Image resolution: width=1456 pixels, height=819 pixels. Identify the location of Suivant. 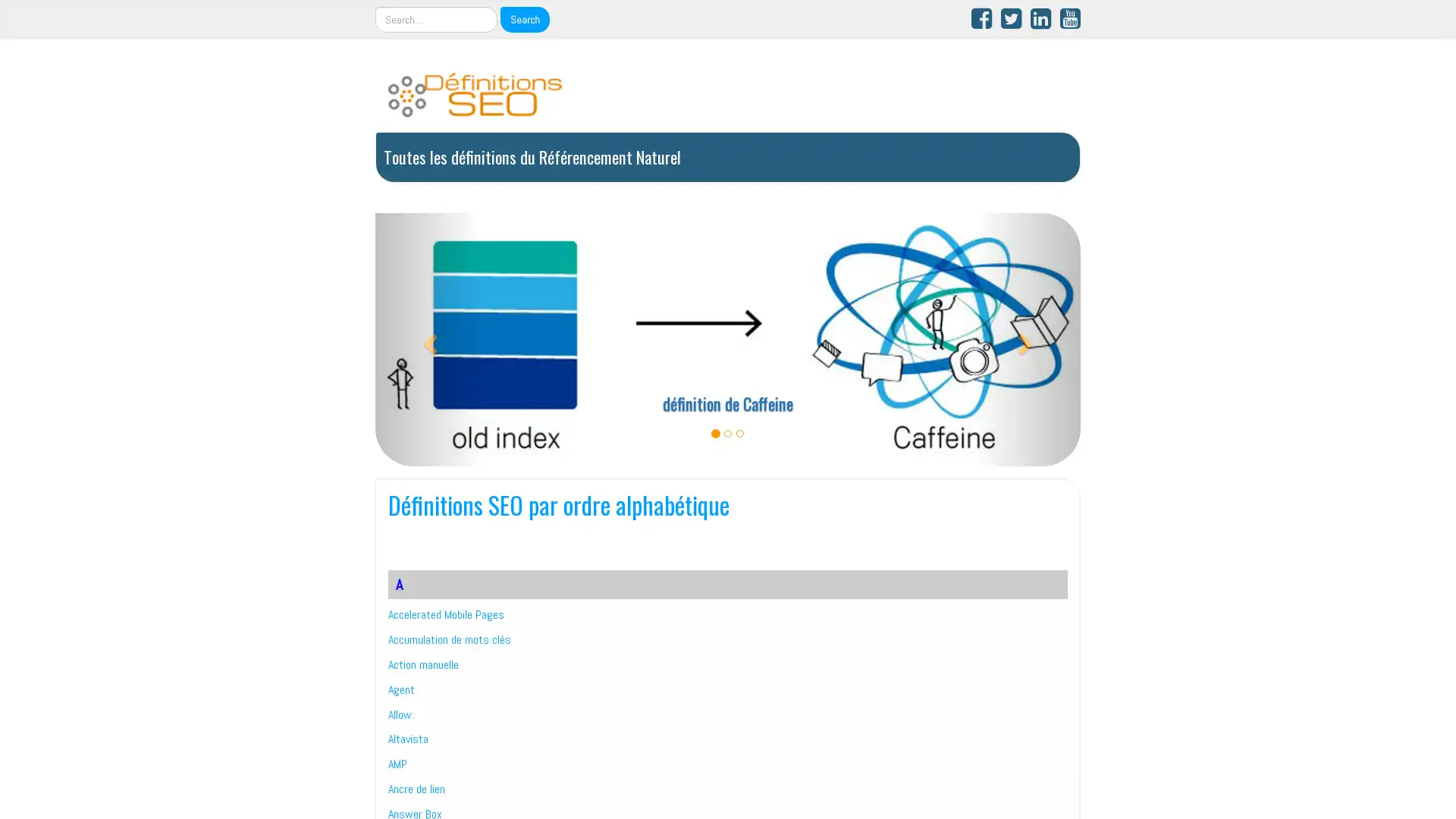
(1027, 338).